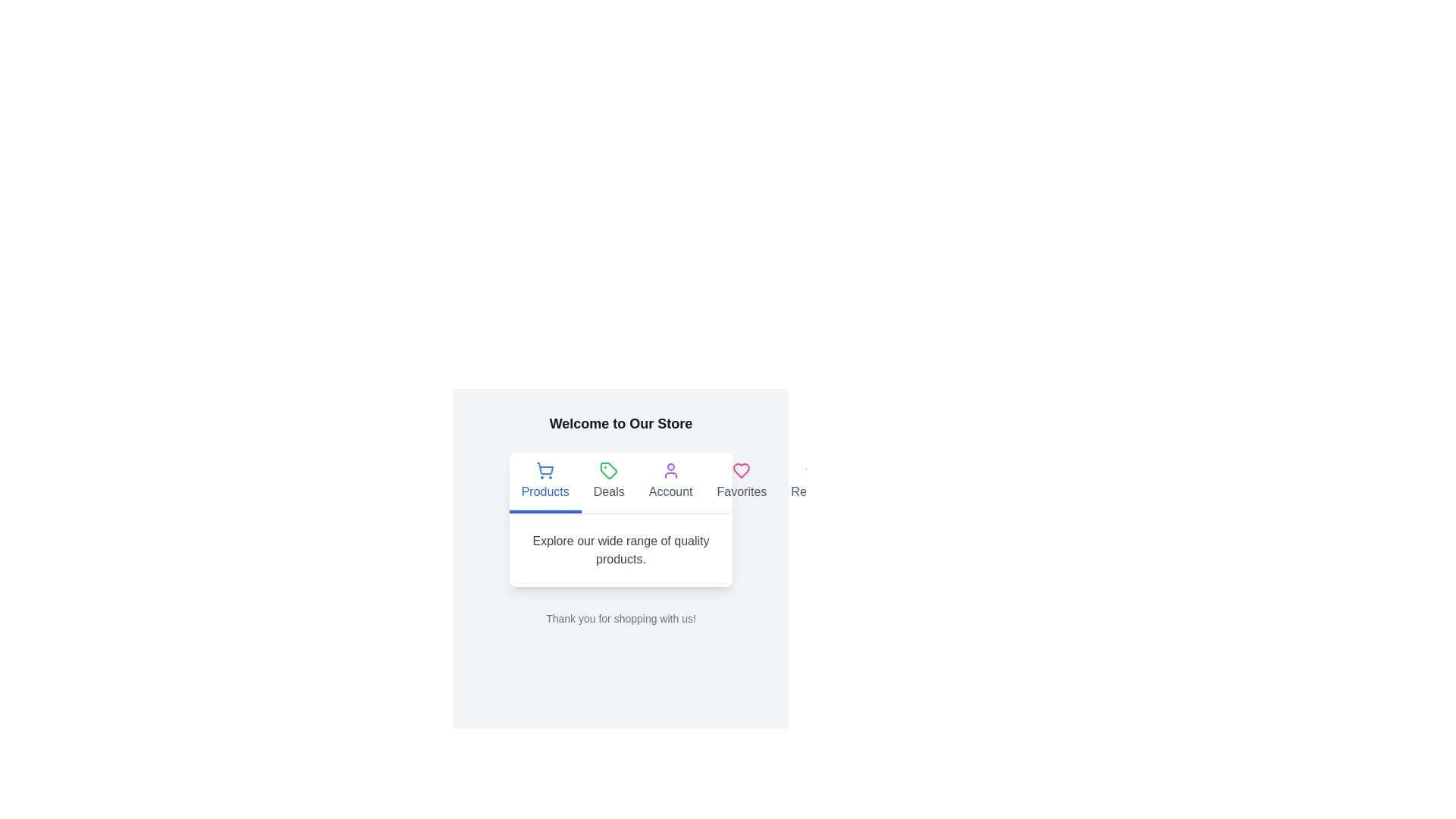  Describe the element at coordinates (545, 468) in the screenshot. I see `the blue shopping cart icon, which is located on the leftmost side of a row of icons above the 'Products' label in the main navigation area` at that location.